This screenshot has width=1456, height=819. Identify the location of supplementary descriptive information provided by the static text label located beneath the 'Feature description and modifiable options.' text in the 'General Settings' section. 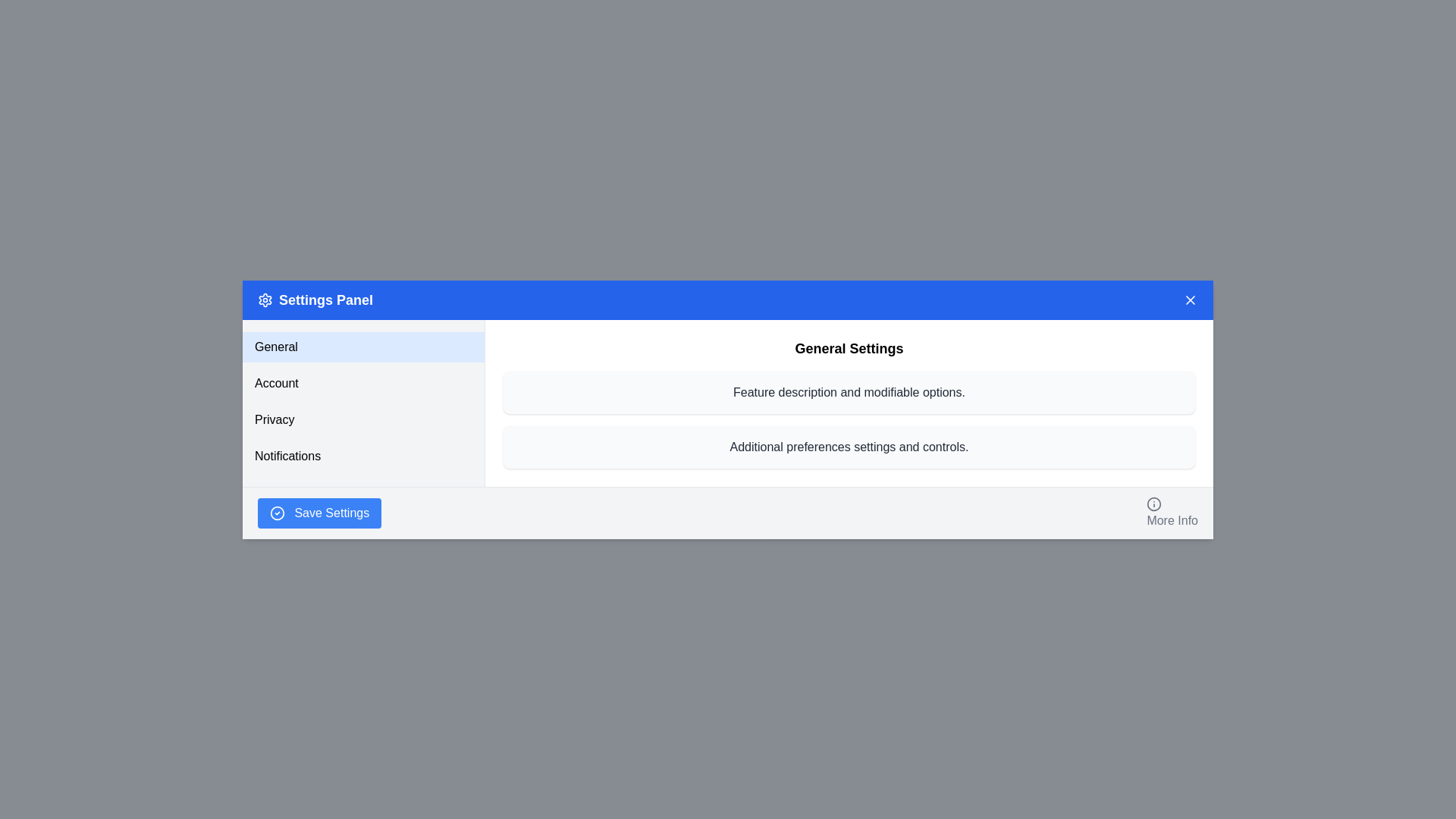
(848, 446).